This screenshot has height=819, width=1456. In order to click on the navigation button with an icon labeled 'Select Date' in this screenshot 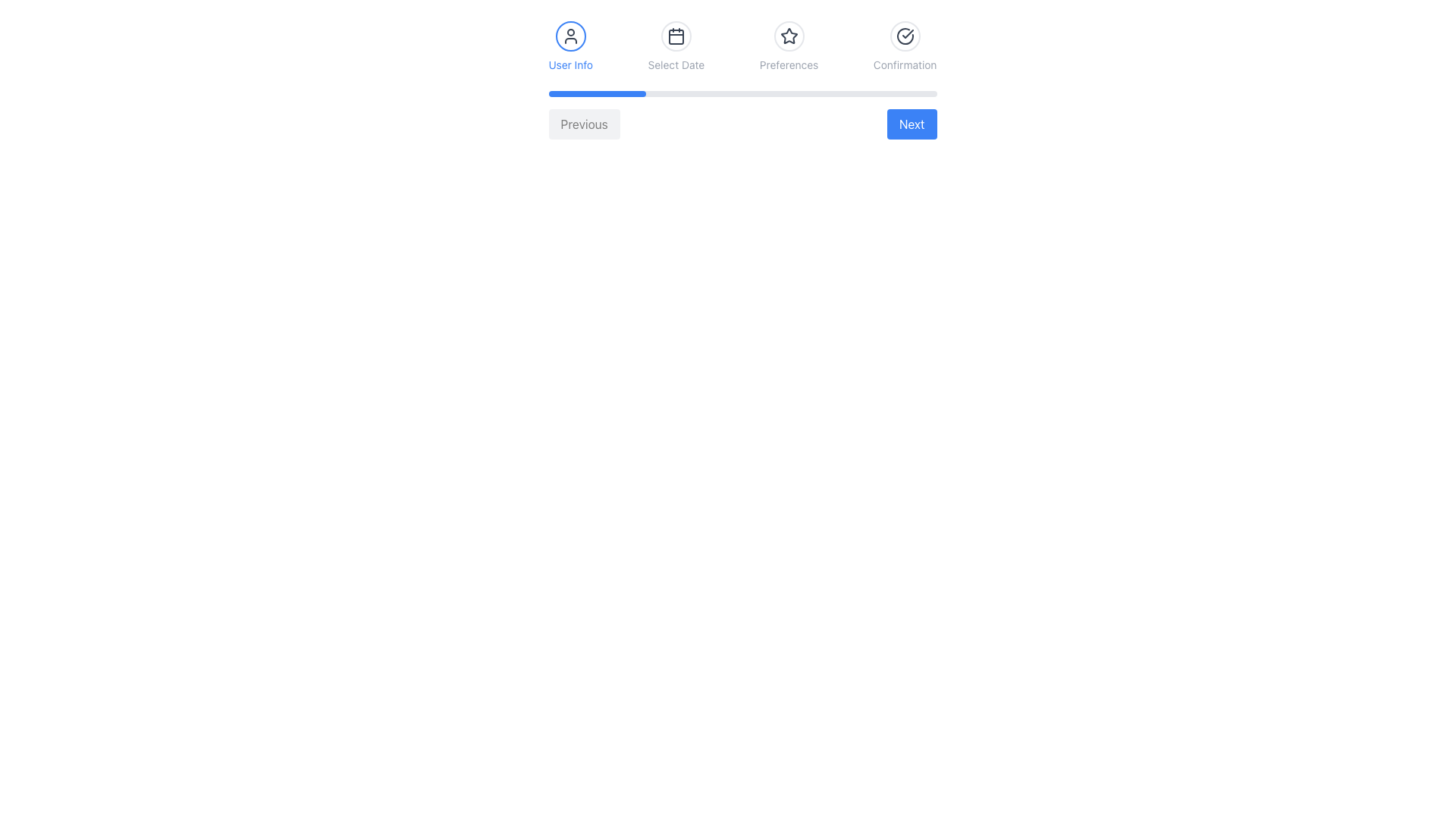, I will do `click(675, 35)`.